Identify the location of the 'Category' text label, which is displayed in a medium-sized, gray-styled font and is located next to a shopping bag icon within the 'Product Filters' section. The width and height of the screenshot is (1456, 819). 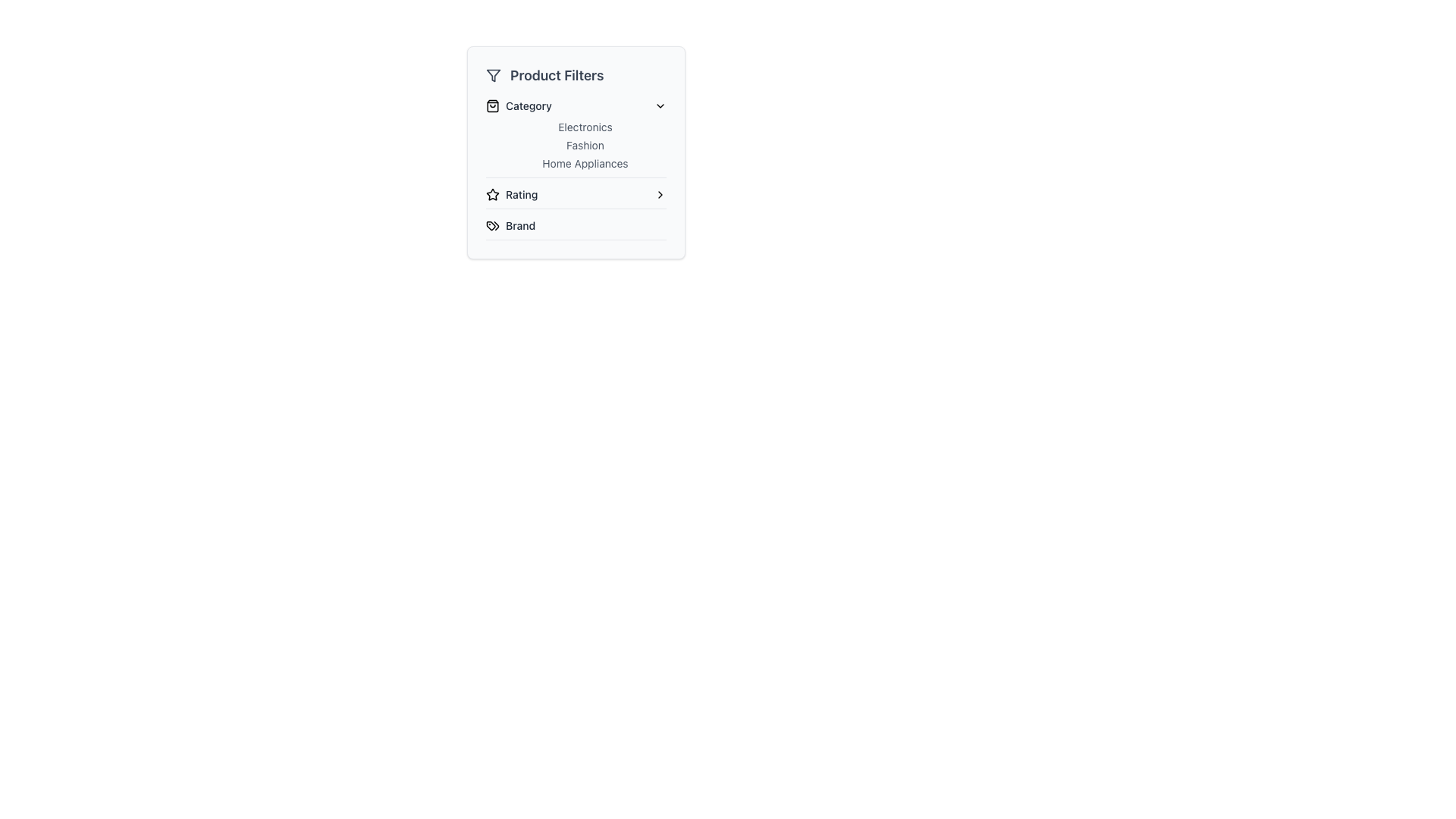
(529, 105).